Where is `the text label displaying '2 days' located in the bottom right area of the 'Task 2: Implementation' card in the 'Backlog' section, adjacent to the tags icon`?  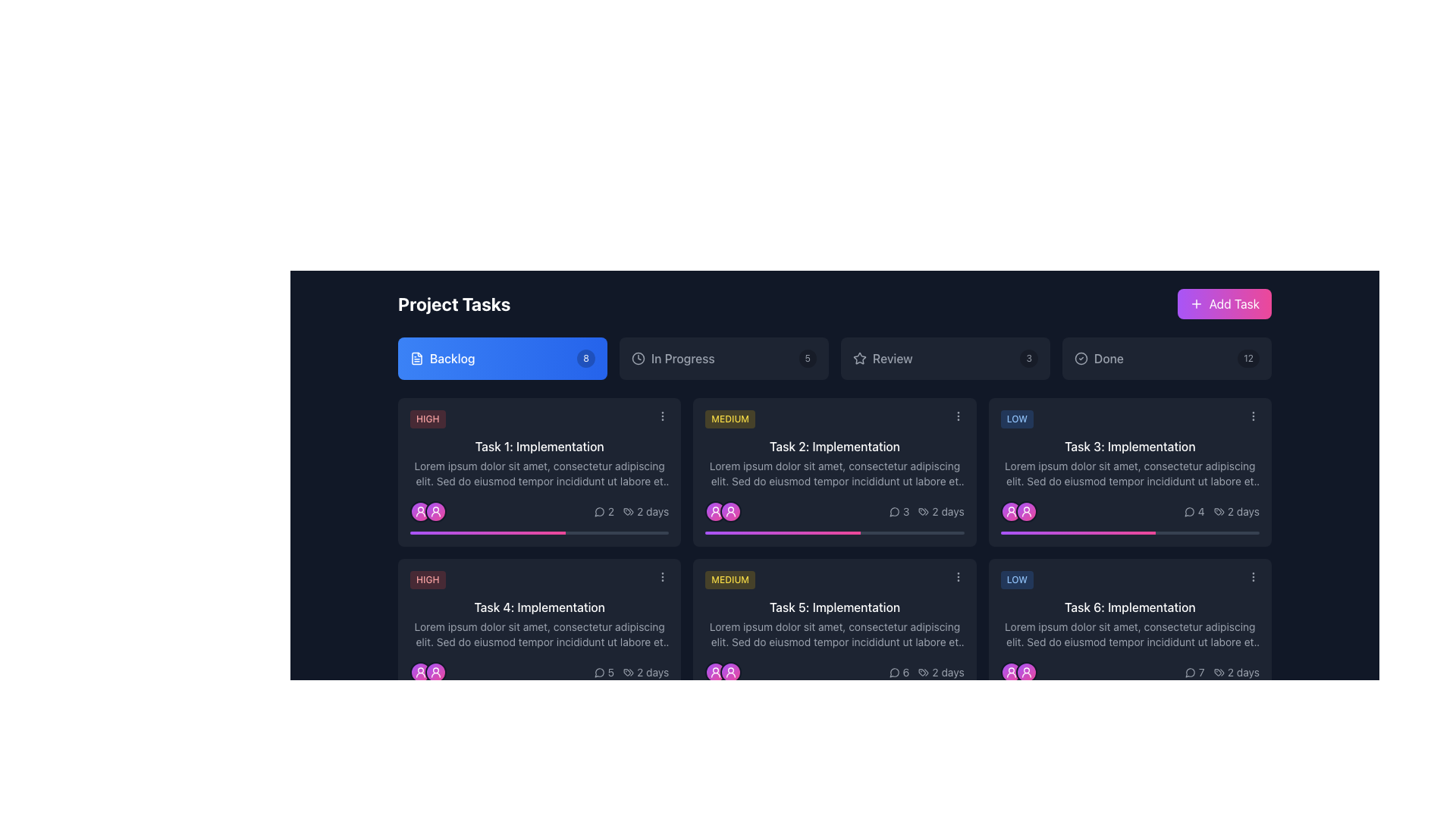
the text label displaying '2 days' located in the bottom right area of the 'Task 2: Implementation' card in the 'Backlog' section, adjacent to the tags icon is located at coordinates (926, 512).